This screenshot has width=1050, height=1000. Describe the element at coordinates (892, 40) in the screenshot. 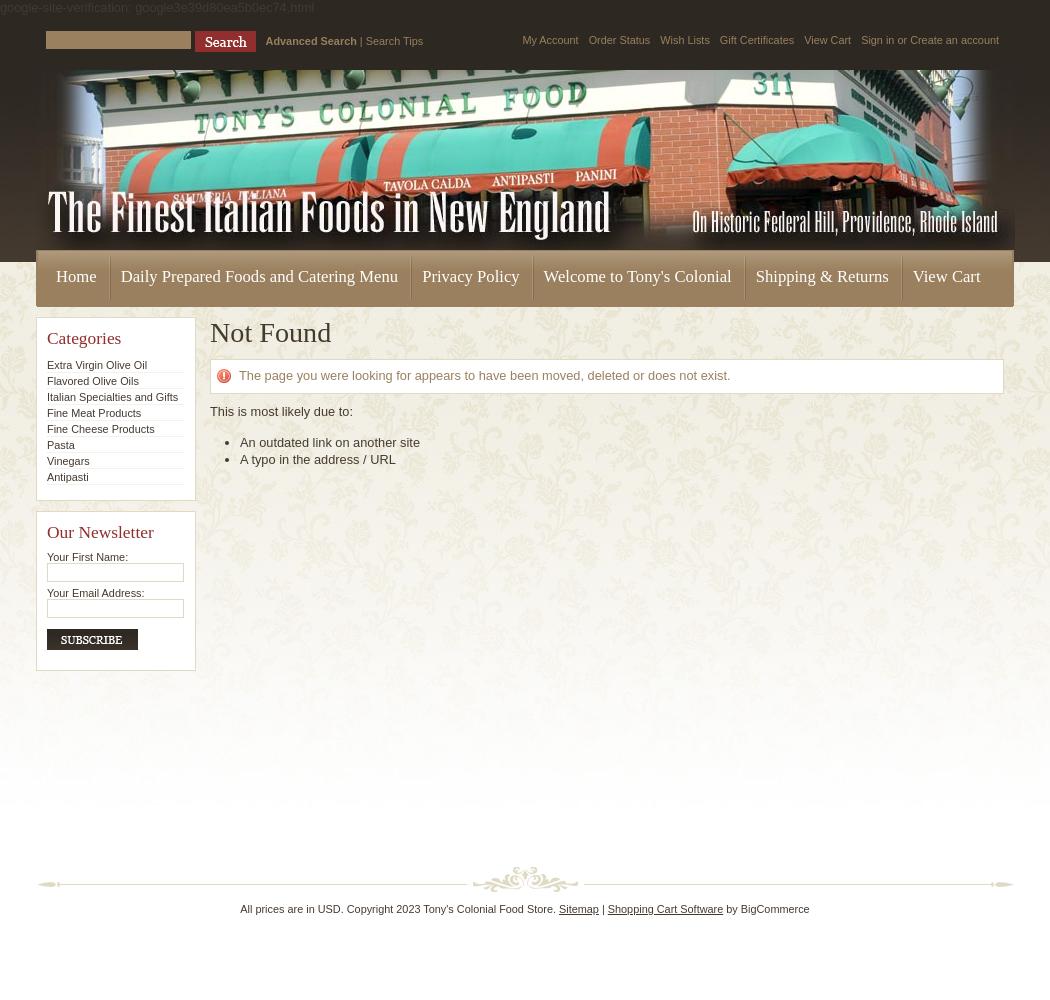

I see `'or'` at that location.